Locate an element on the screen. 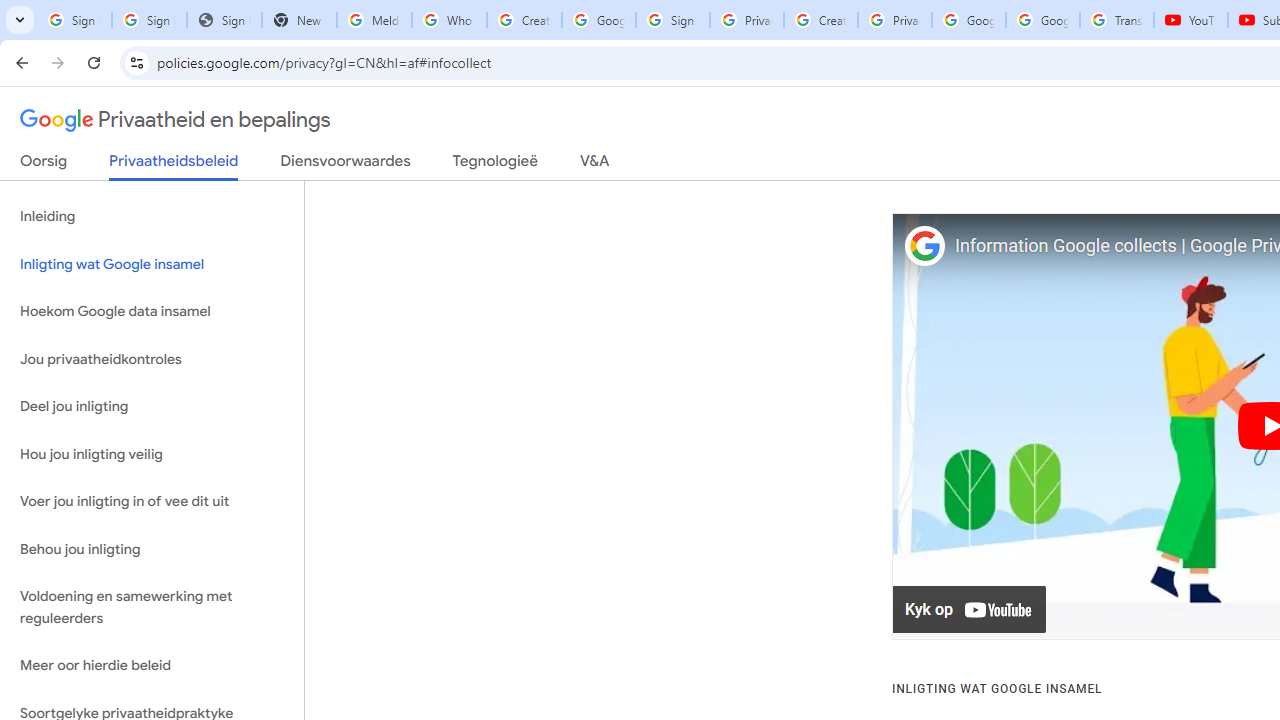 This screenshot has height=720, width=1280. 'Voer jou inligting in of vee dit uit' is located at coordinates (151, 501).